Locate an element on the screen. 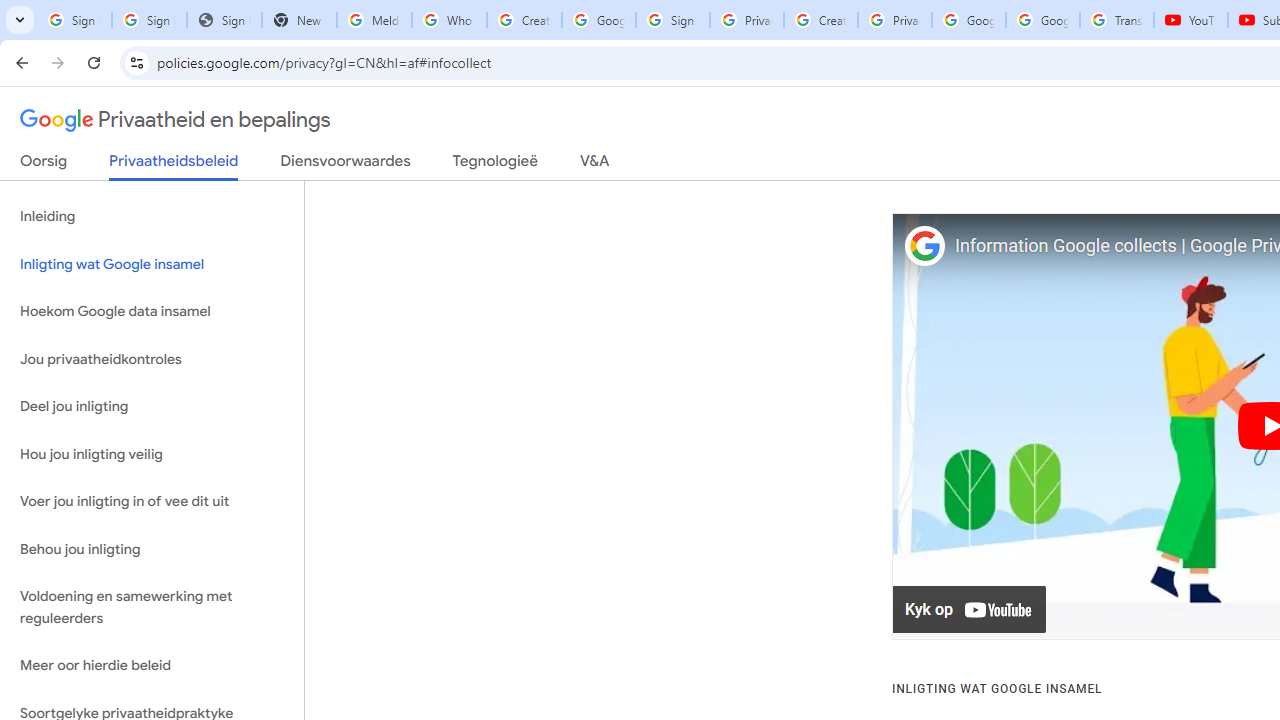 This screenshot has height=720, width=1280. 'Voer jou inligting in of vee dit uit' is located at coordinates (151, 501).